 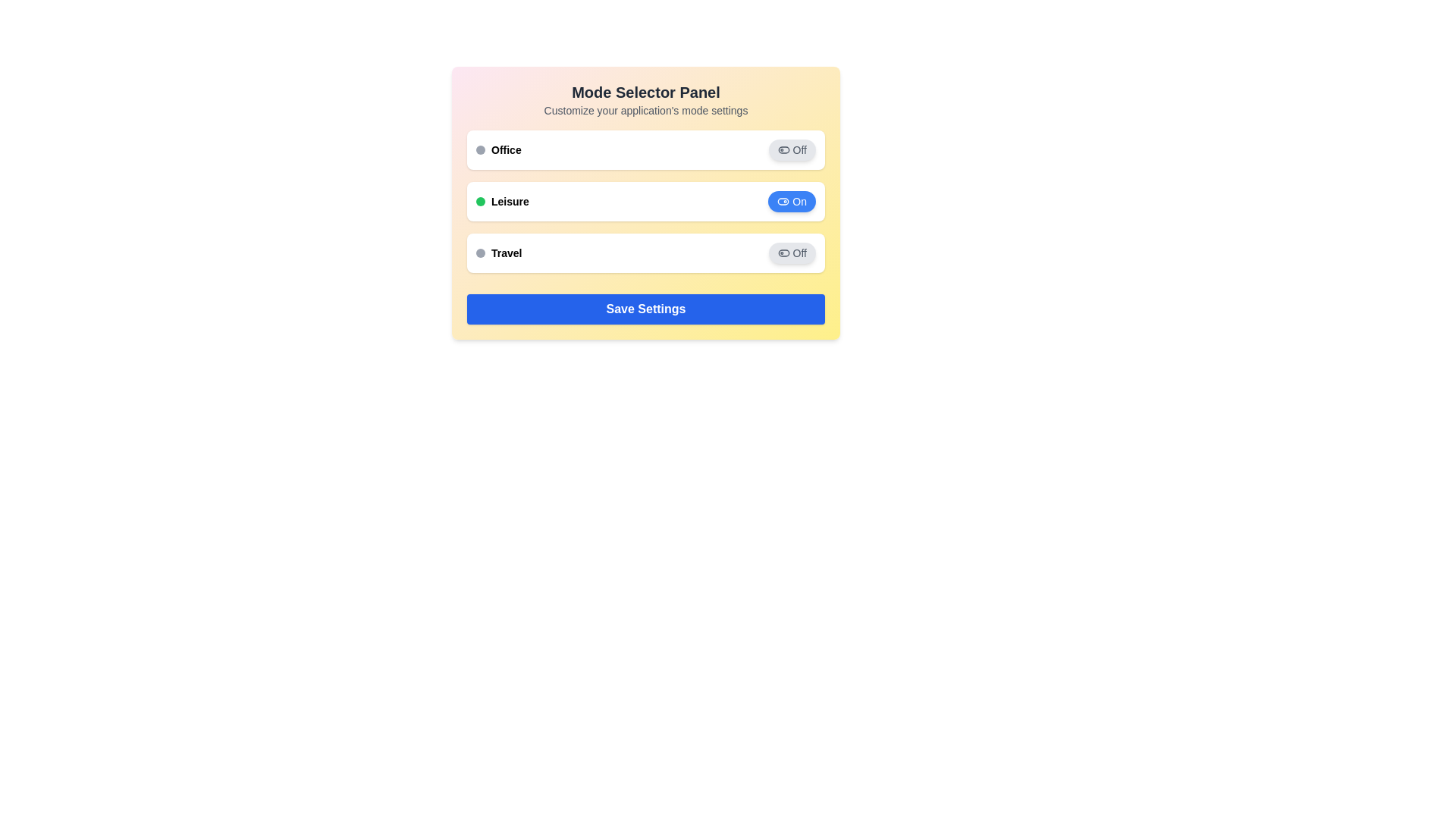 I want to click on 'Save Settings' button to save the current mode settings, so click(x=645, y=309).